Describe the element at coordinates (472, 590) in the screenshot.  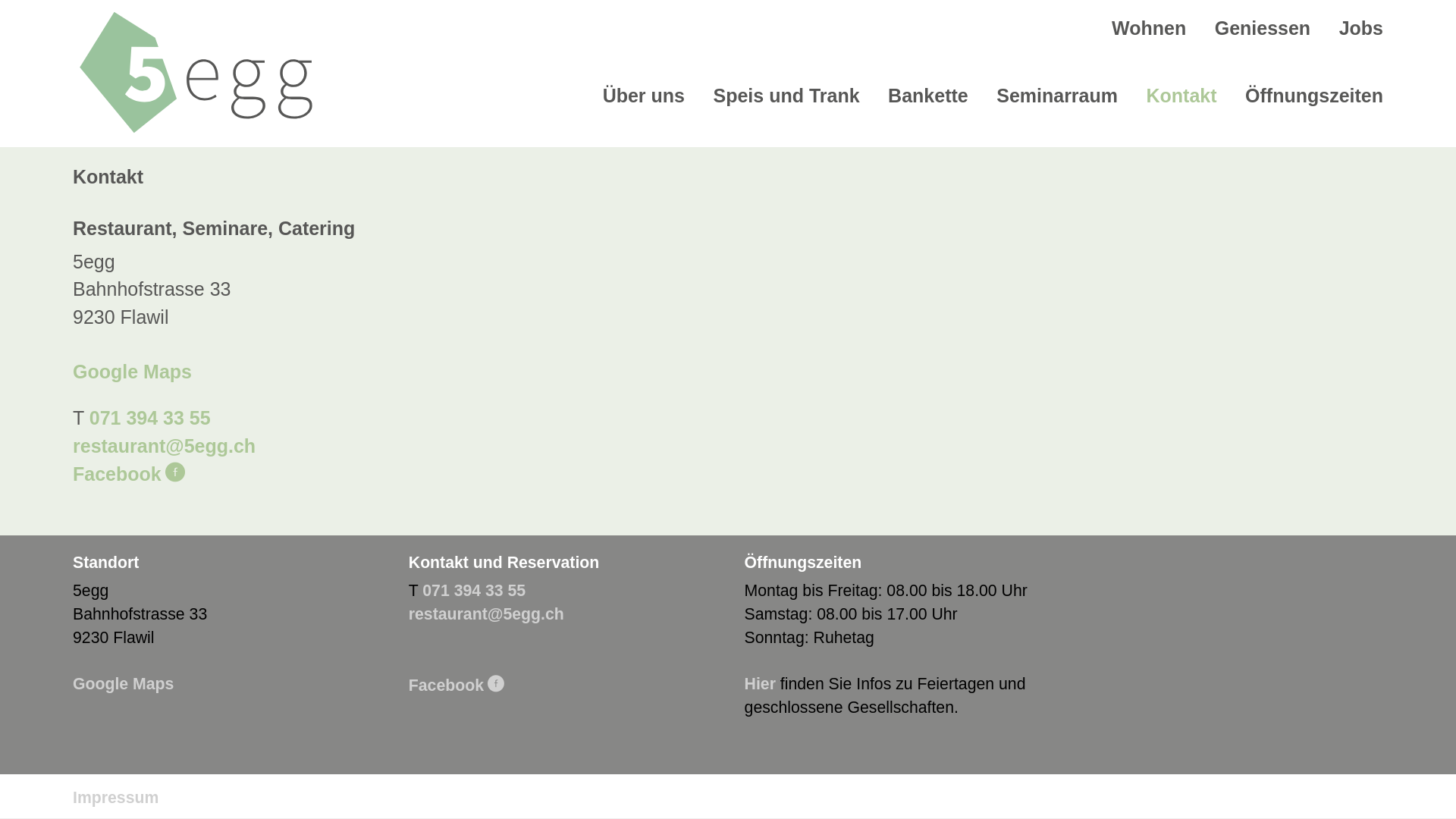
I see `'071 394 33 55'` at that location.